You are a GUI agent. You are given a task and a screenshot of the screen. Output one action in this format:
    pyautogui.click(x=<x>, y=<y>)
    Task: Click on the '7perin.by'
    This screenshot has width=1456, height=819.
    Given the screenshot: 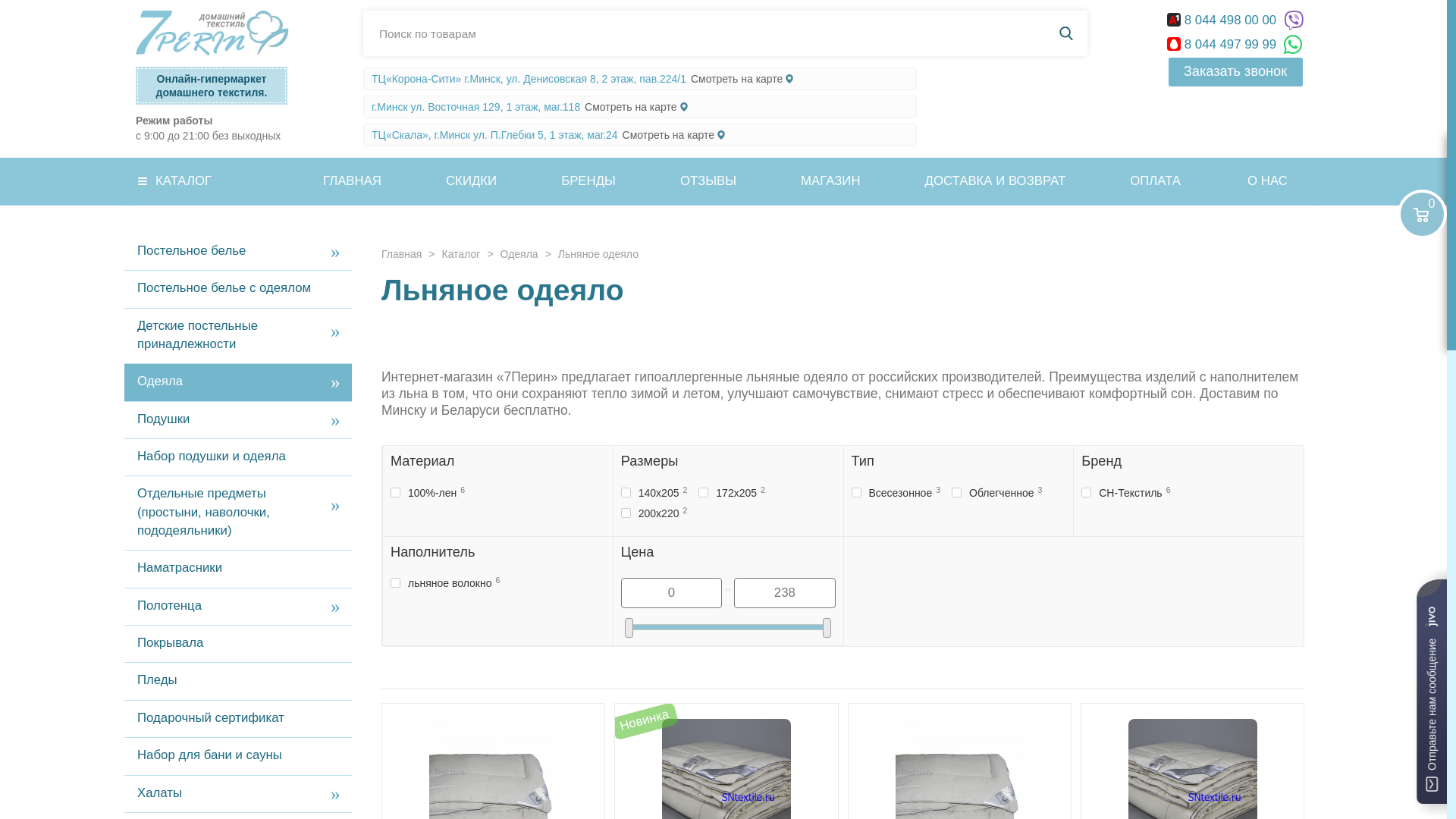 What is the action you would take?
    pyautogui.click(x=211, y=33)
    